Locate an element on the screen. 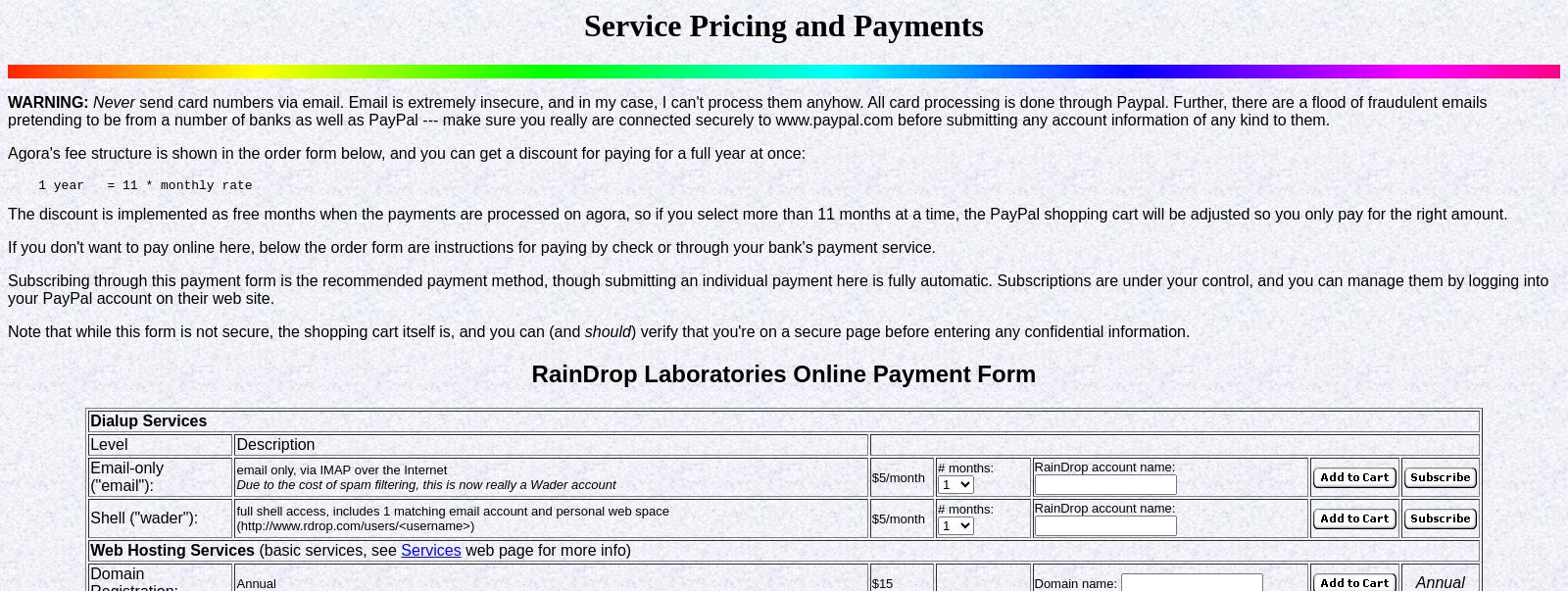 Image resolution: width=1568 pixels, height=591 pixels. 'RainDrop Laboratories Online Payment Form' is located at coordinates (783, 373).